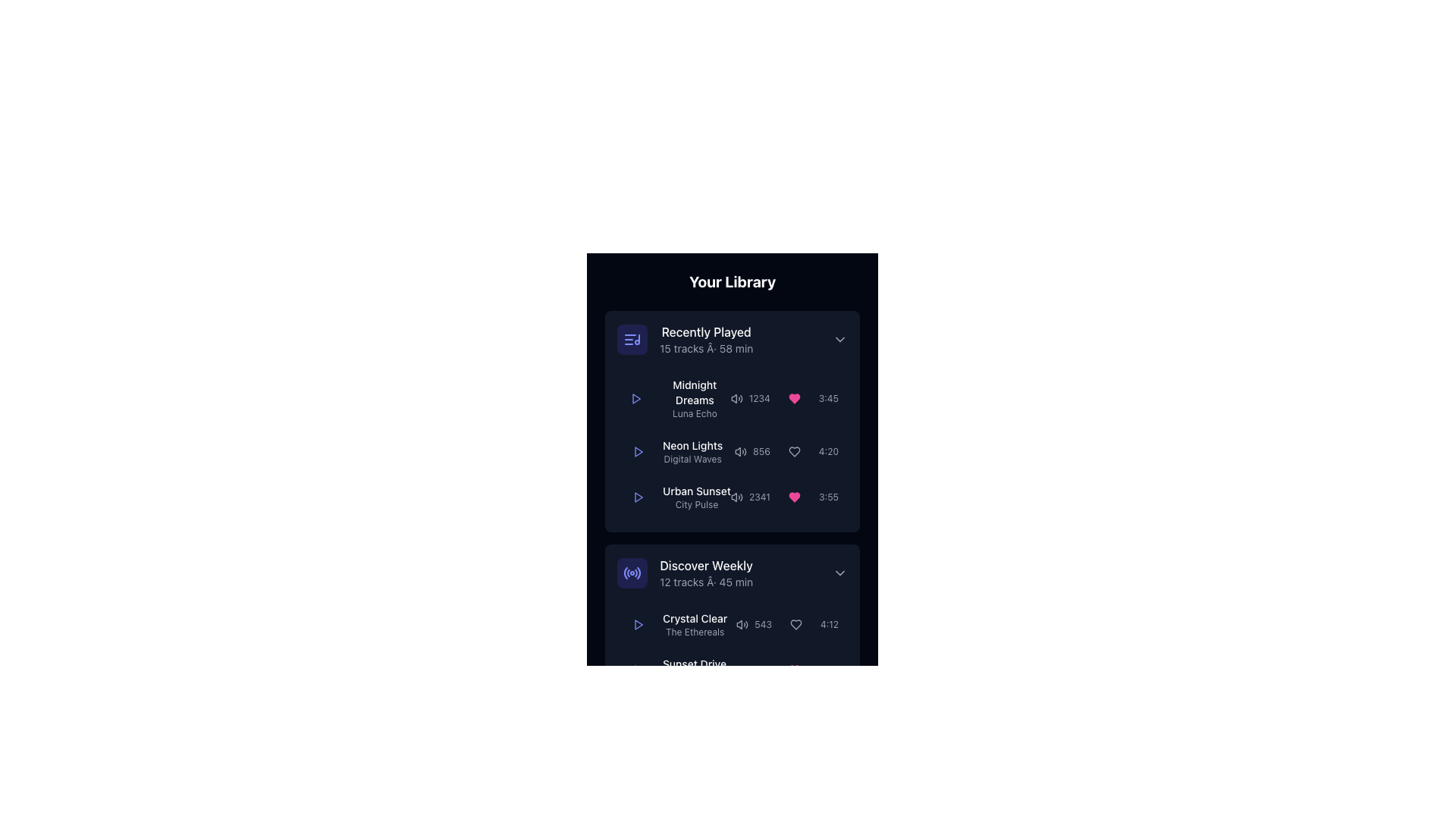 The height and width of the screenshot is (819, 1456). What do you see at coordinates (786, 451) in the screenshot?
I see `the Decorative metadata component located in the second row of the 'Recently Played' list, which contains a speaker icon and the number '856', to manipulate adjacent elements` at bounding box center [786, 451].